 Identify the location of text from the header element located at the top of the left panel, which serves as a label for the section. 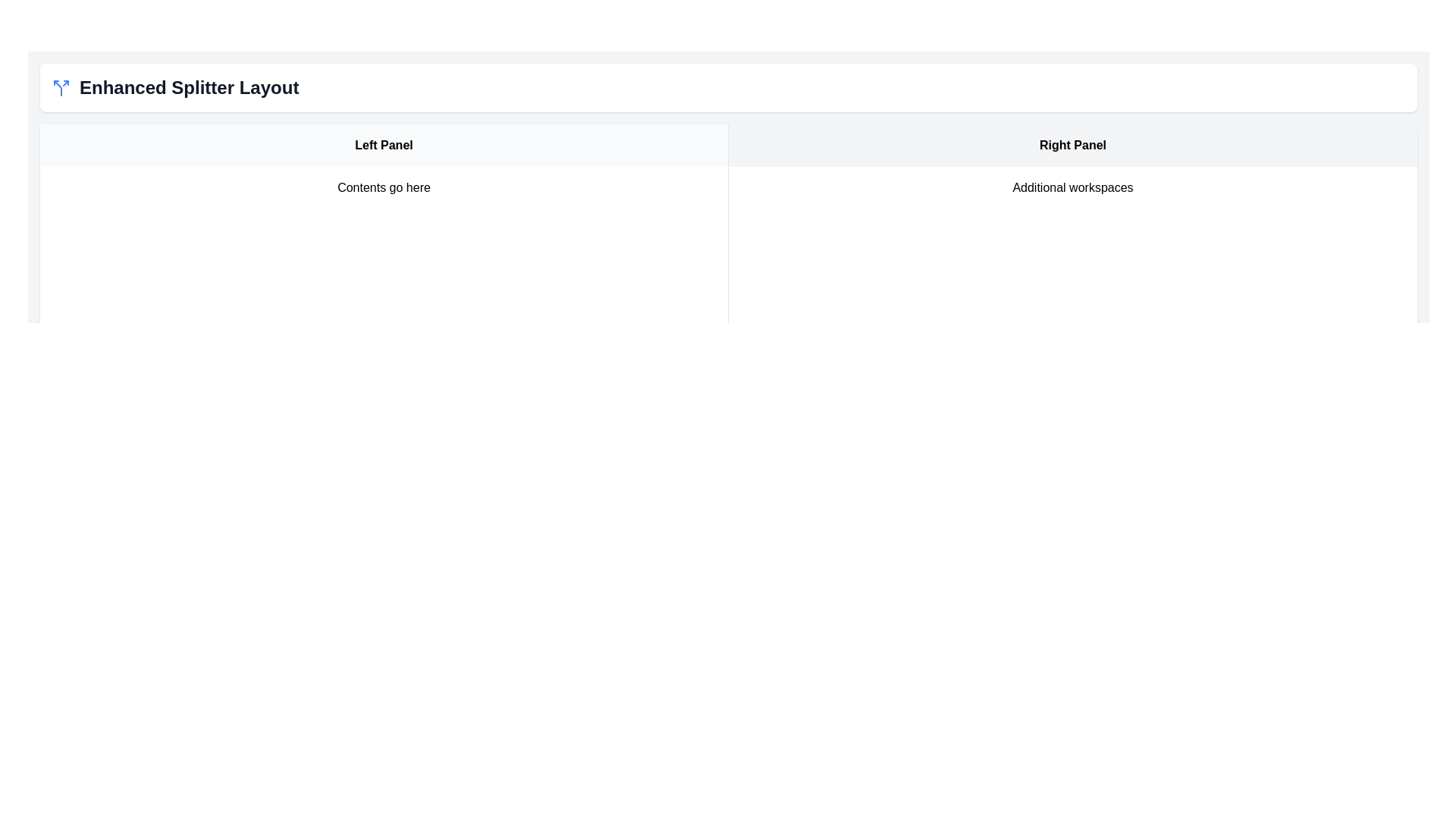
(384, 146).